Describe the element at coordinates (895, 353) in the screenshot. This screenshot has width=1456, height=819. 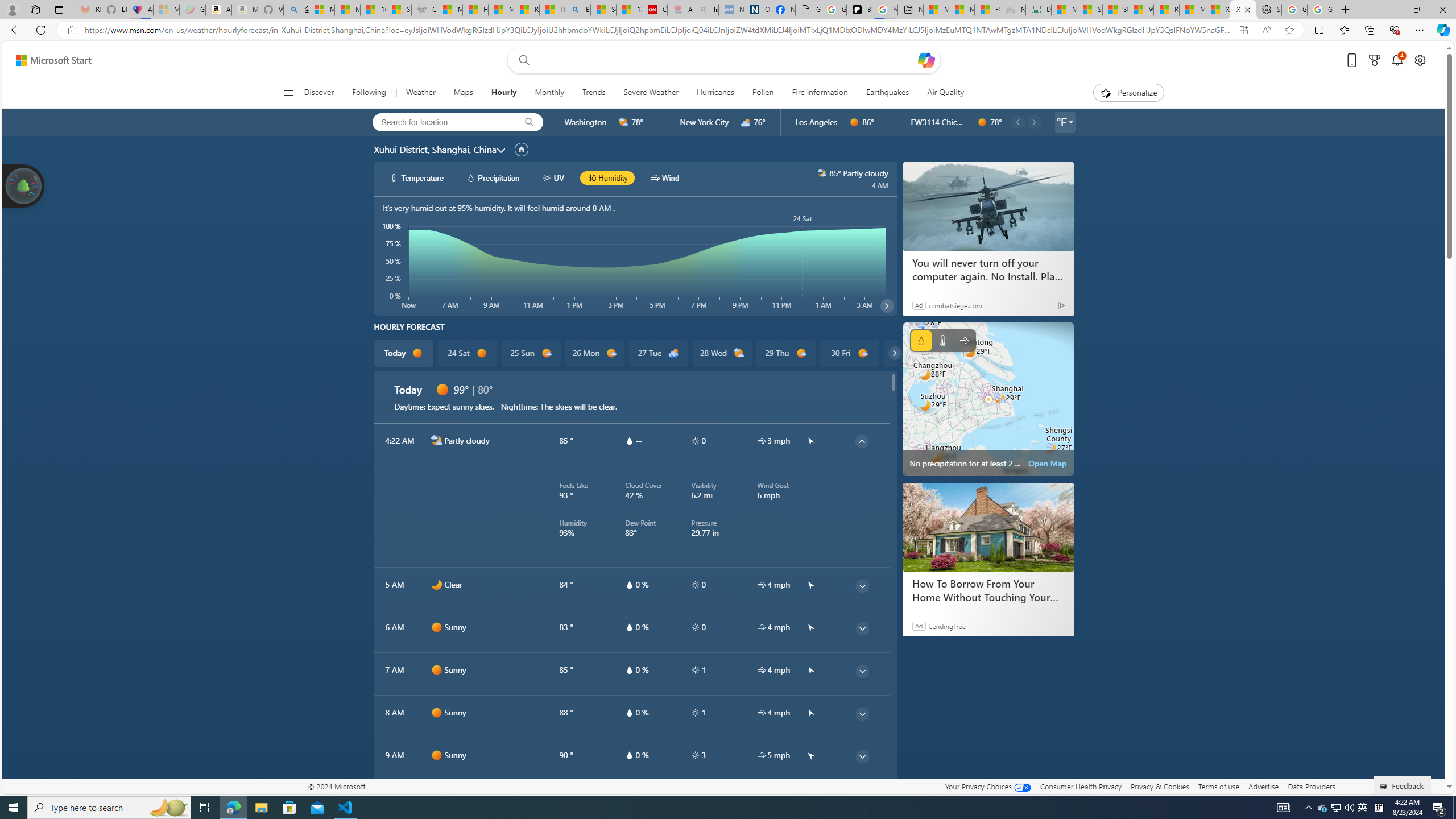
I see `'common/carouselChevron'` at that location.